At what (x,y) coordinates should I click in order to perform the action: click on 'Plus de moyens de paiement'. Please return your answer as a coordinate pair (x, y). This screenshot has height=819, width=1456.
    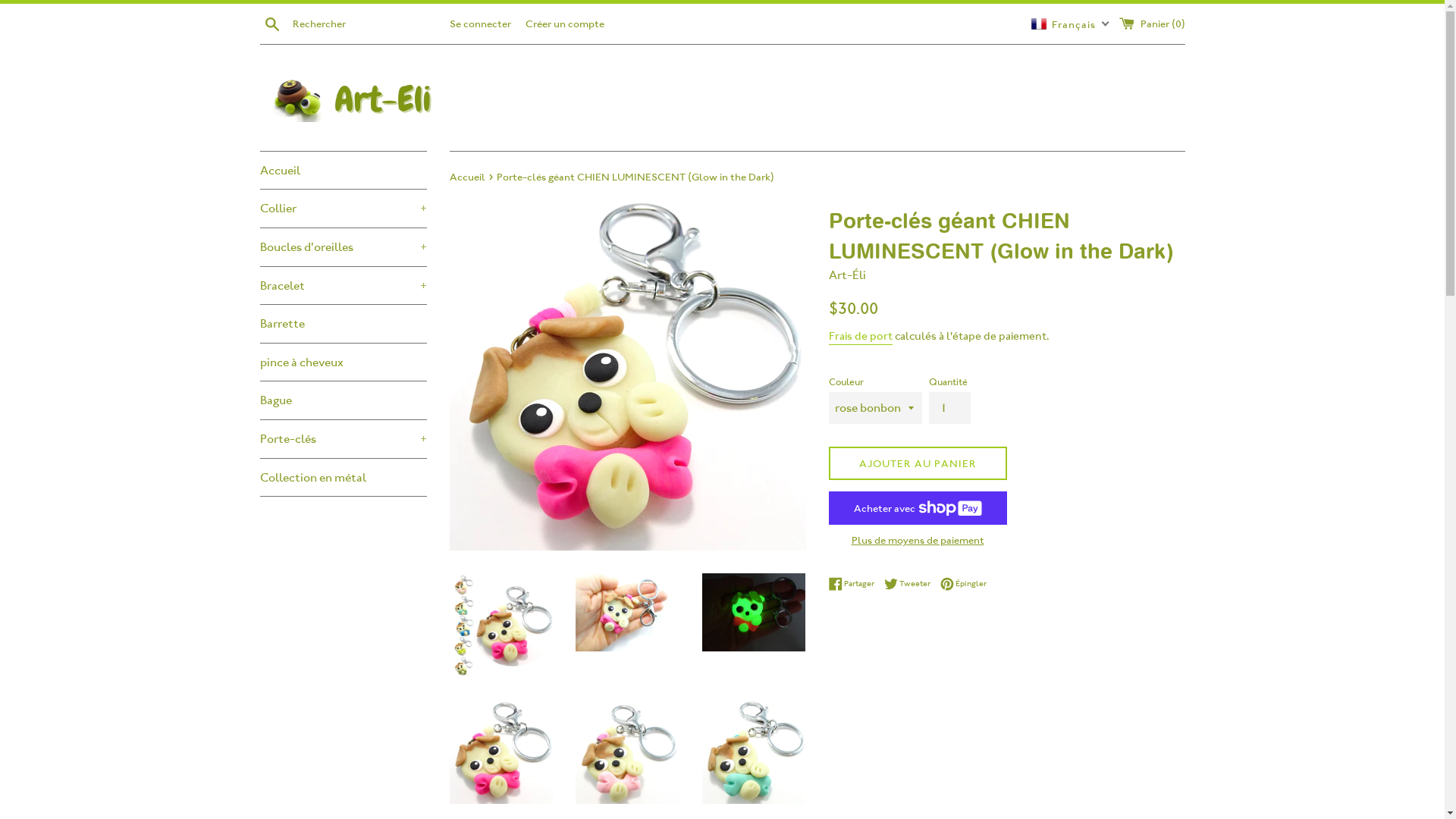
    Looking at the image, I should click on (916, 539).